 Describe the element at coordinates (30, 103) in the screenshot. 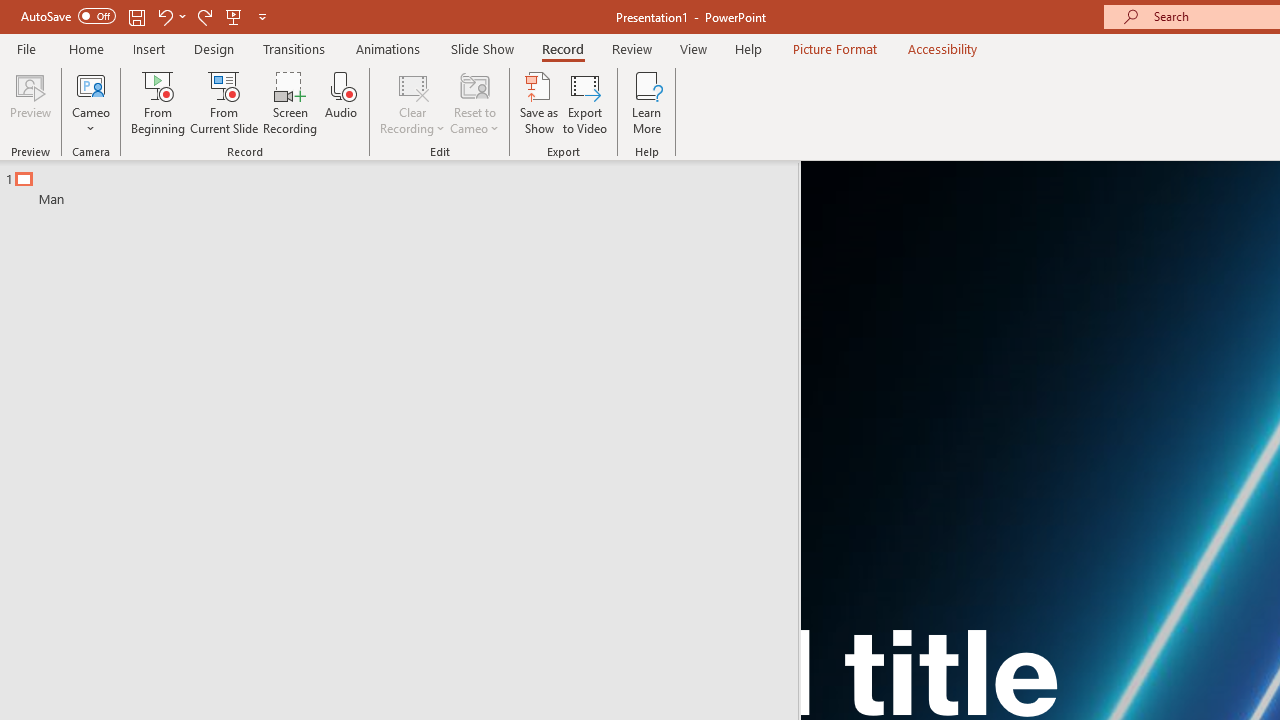

I see `'Preview'` at that location.